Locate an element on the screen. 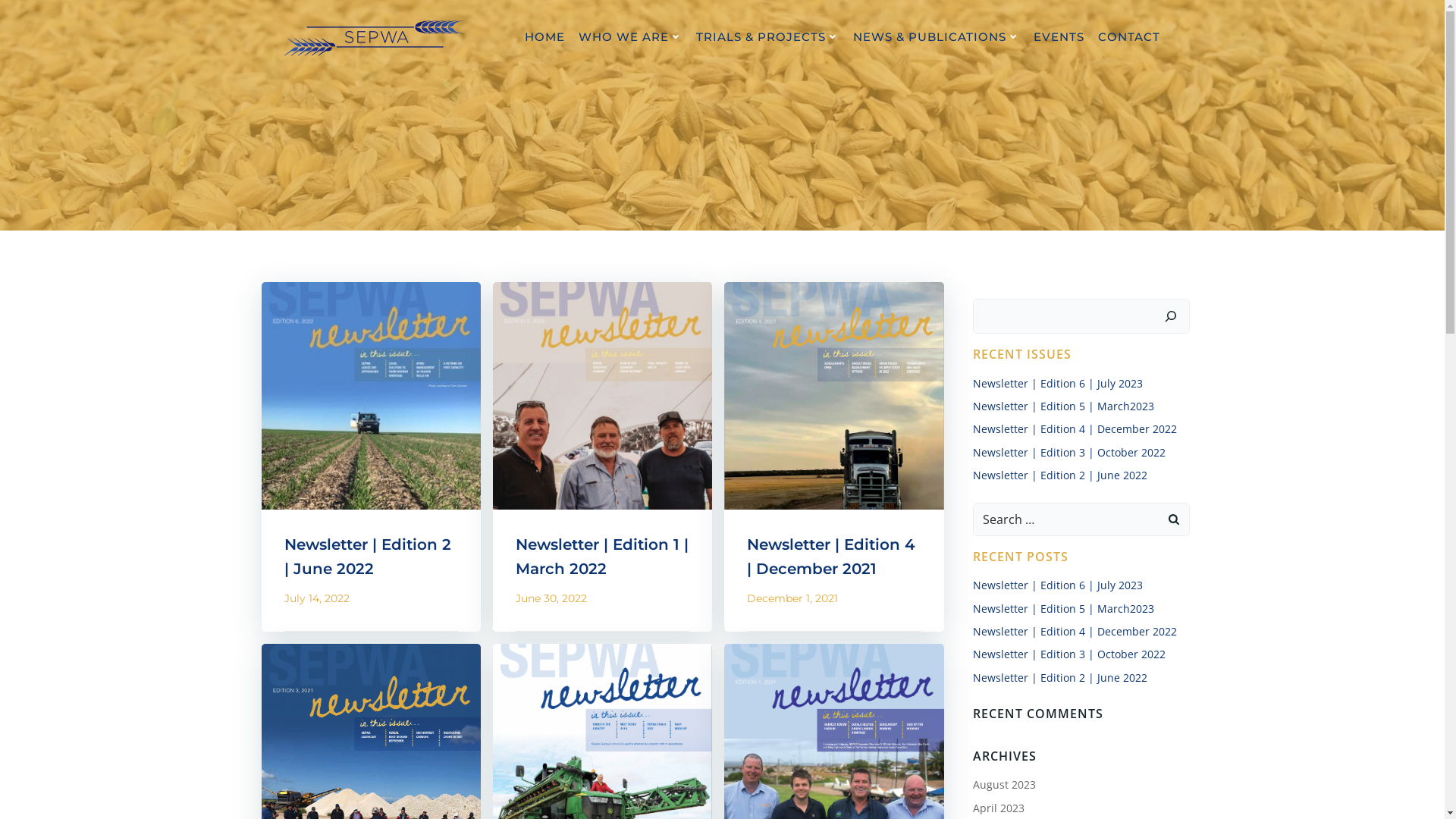 This screenshot has height=819, width=1456. 'April 2023' is located at coordinates (998, 807).